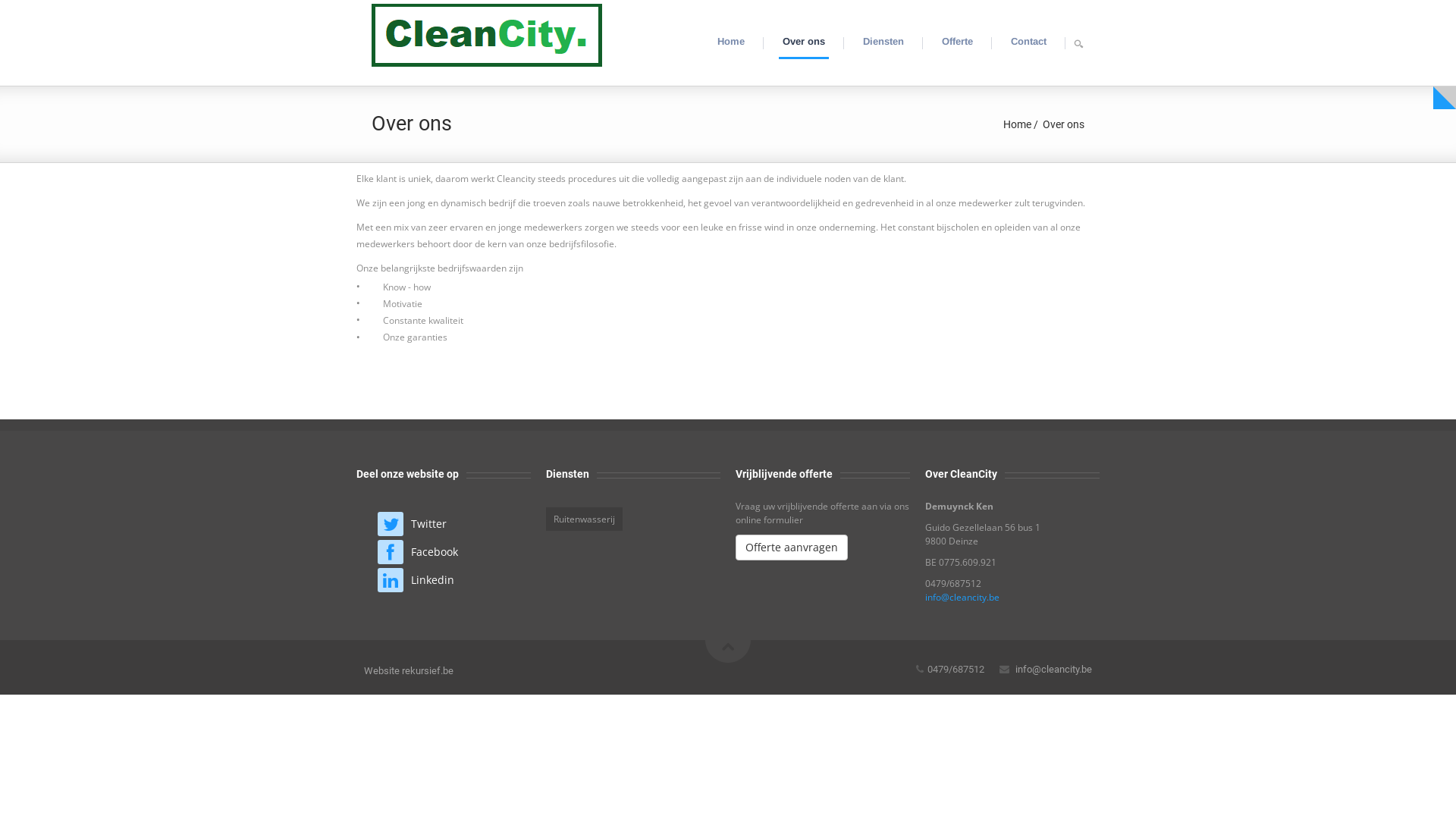 This screenshot has height=819, width=1456. I want to click on 'Over ons', so click(803, 42).